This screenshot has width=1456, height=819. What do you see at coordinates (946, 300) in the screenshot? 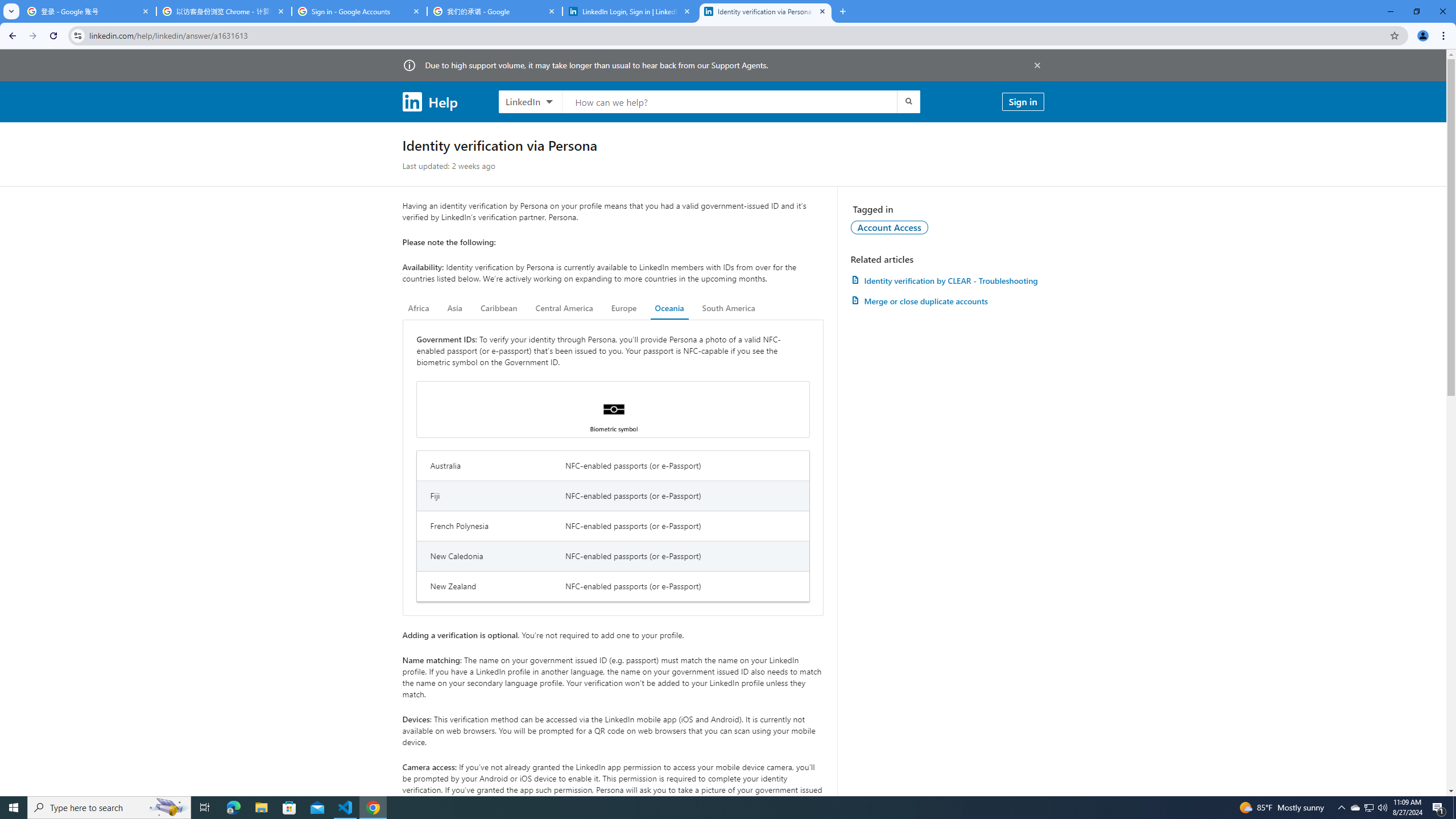
I see `'AutomationID: article-link-a1337200'` at bounding box center [946, 300].